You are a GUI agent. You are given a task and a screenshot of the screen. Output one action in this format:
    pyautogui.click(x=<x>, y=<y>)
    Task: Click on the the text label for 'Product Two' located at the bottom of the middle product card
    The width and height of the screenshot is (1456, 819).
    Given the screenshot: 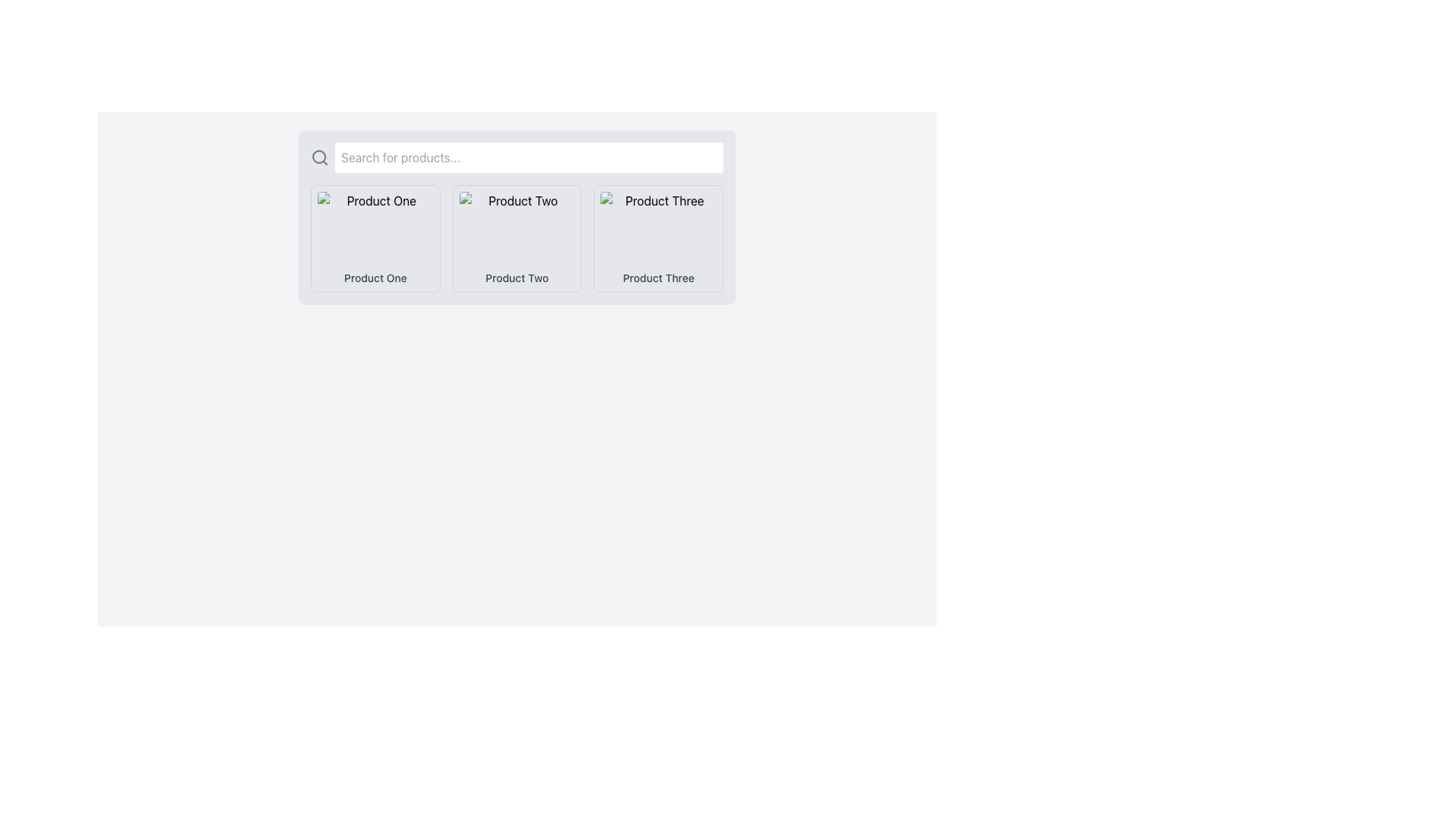 What is the action you would take?
    pyautogui.click(x=516, y=278)
    